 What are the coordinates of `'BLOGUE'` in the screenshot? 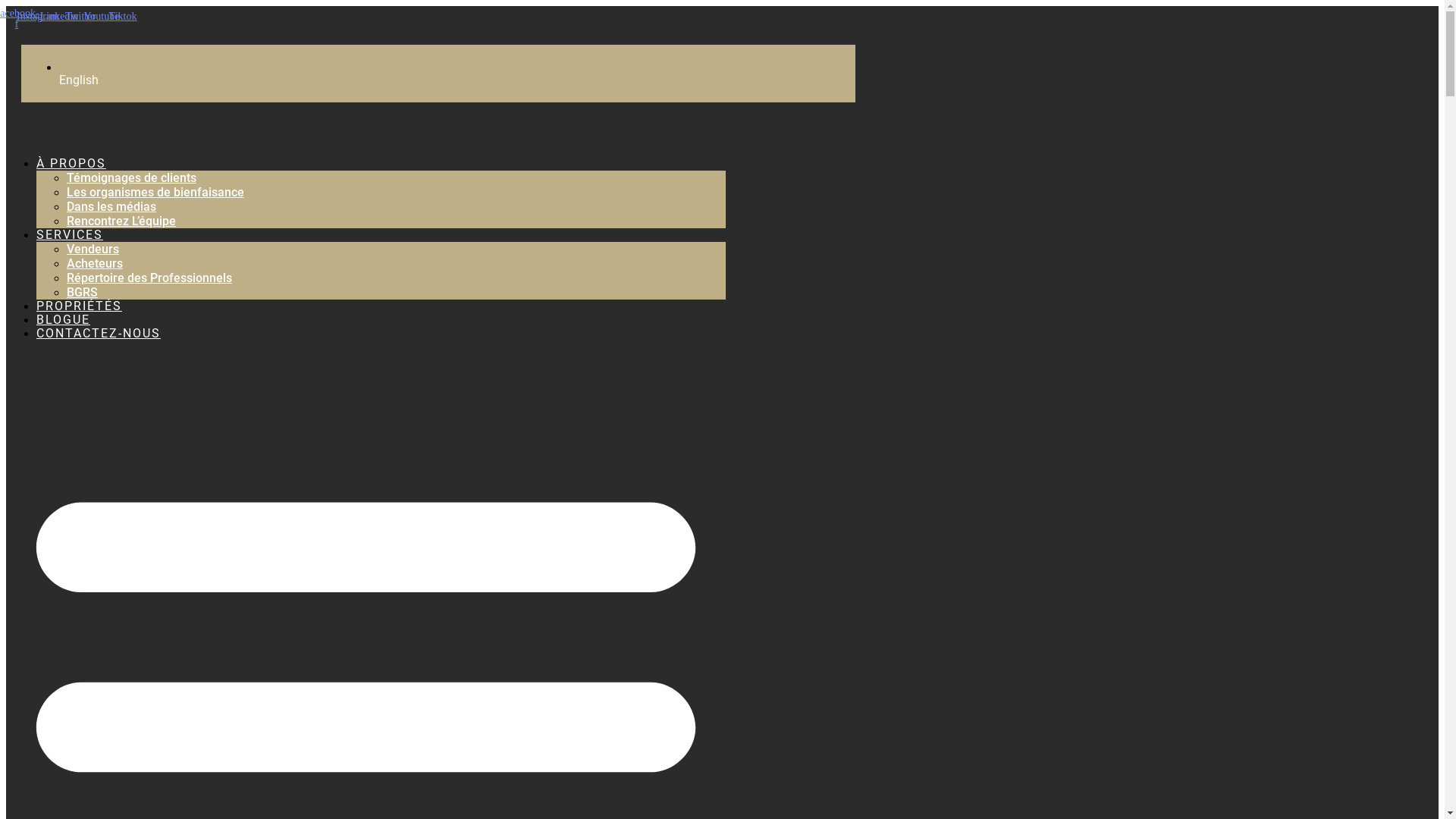 It's located at (62, 318).